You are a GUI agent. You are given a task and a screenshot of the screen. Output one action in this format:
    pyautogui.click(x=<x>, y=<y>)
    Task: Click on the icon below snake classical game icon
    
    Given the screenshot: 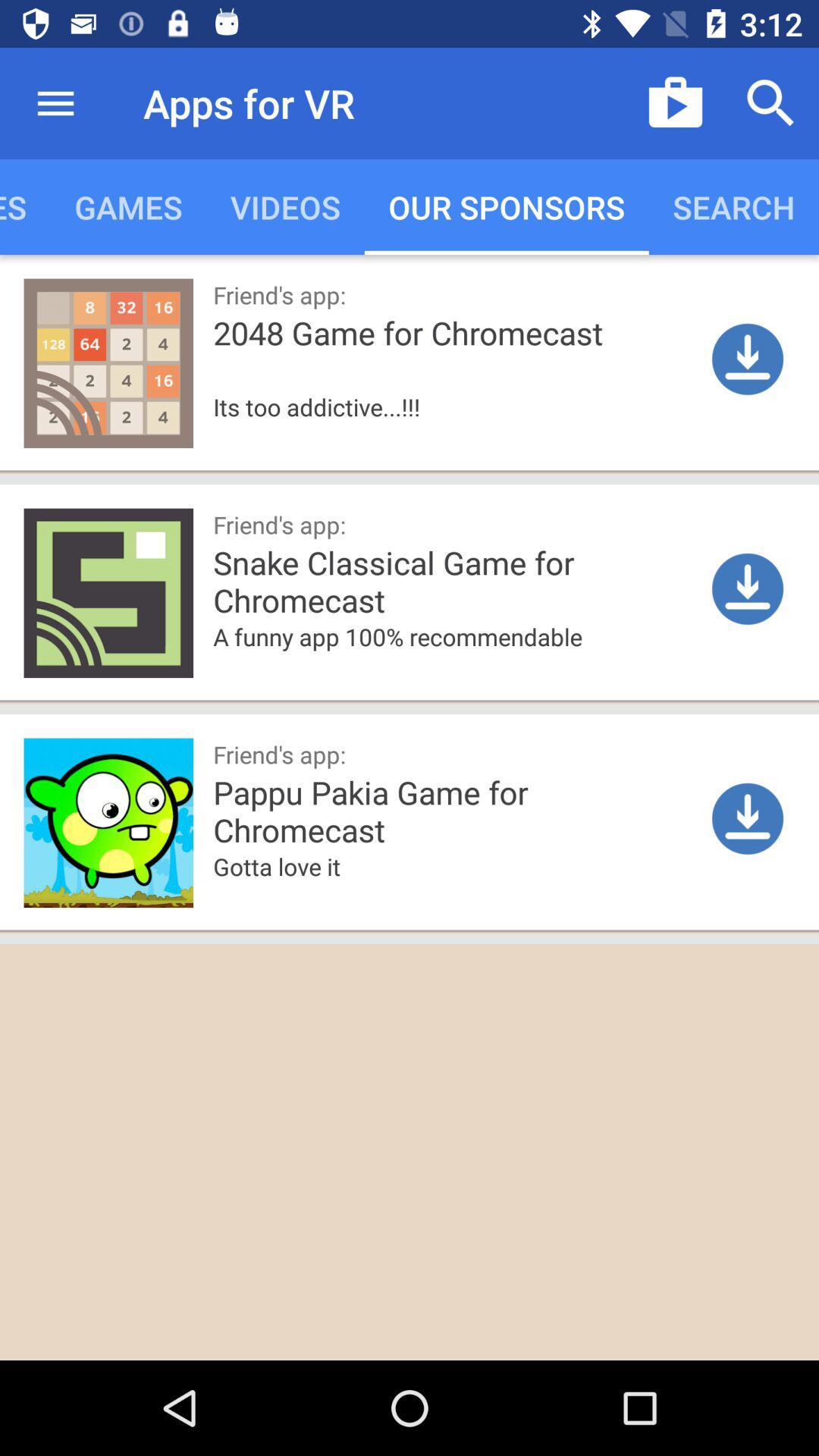 What is the action you would take?
    pyautogui.click(x=457, y=660)
    